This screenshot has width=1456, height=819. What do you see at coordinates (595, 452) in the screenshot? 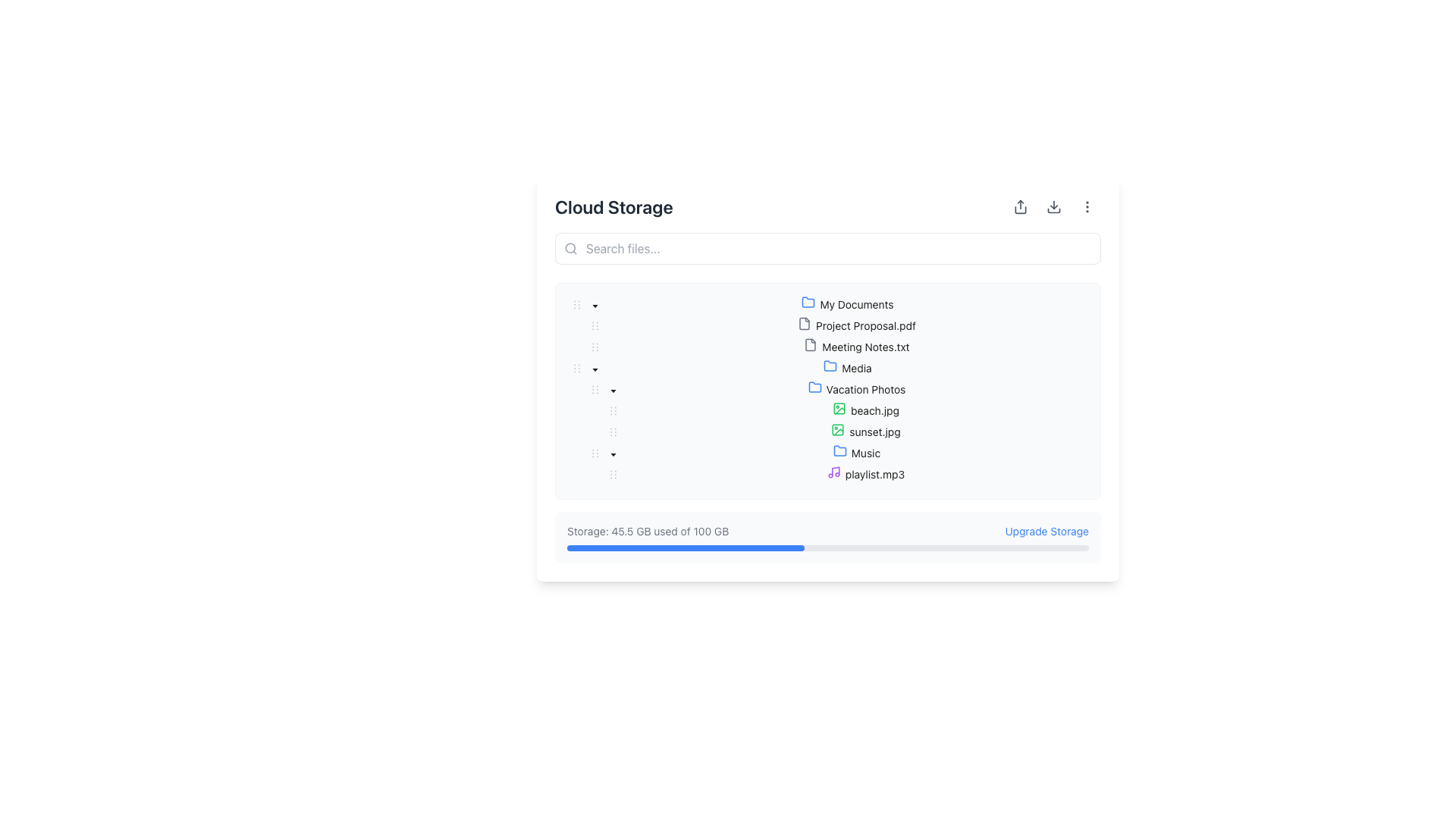
I see `the drag handle with vertical dots located near the left edge of the 'Music' row in the hierarchical tree structure` at bounding box center [595, 452].